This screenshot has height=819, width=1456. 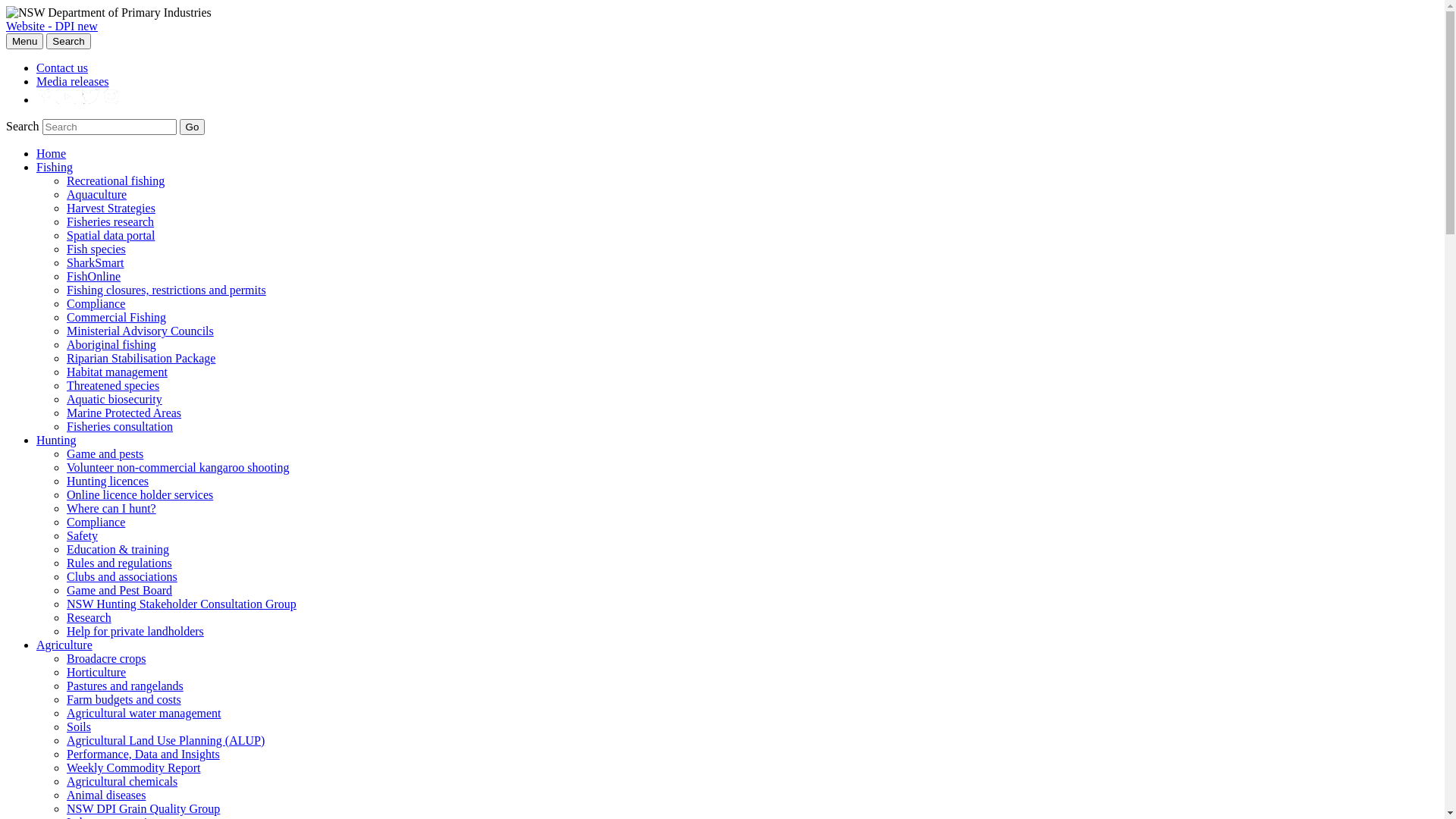 I want to click on 'Research', so click(x=88, y=617).